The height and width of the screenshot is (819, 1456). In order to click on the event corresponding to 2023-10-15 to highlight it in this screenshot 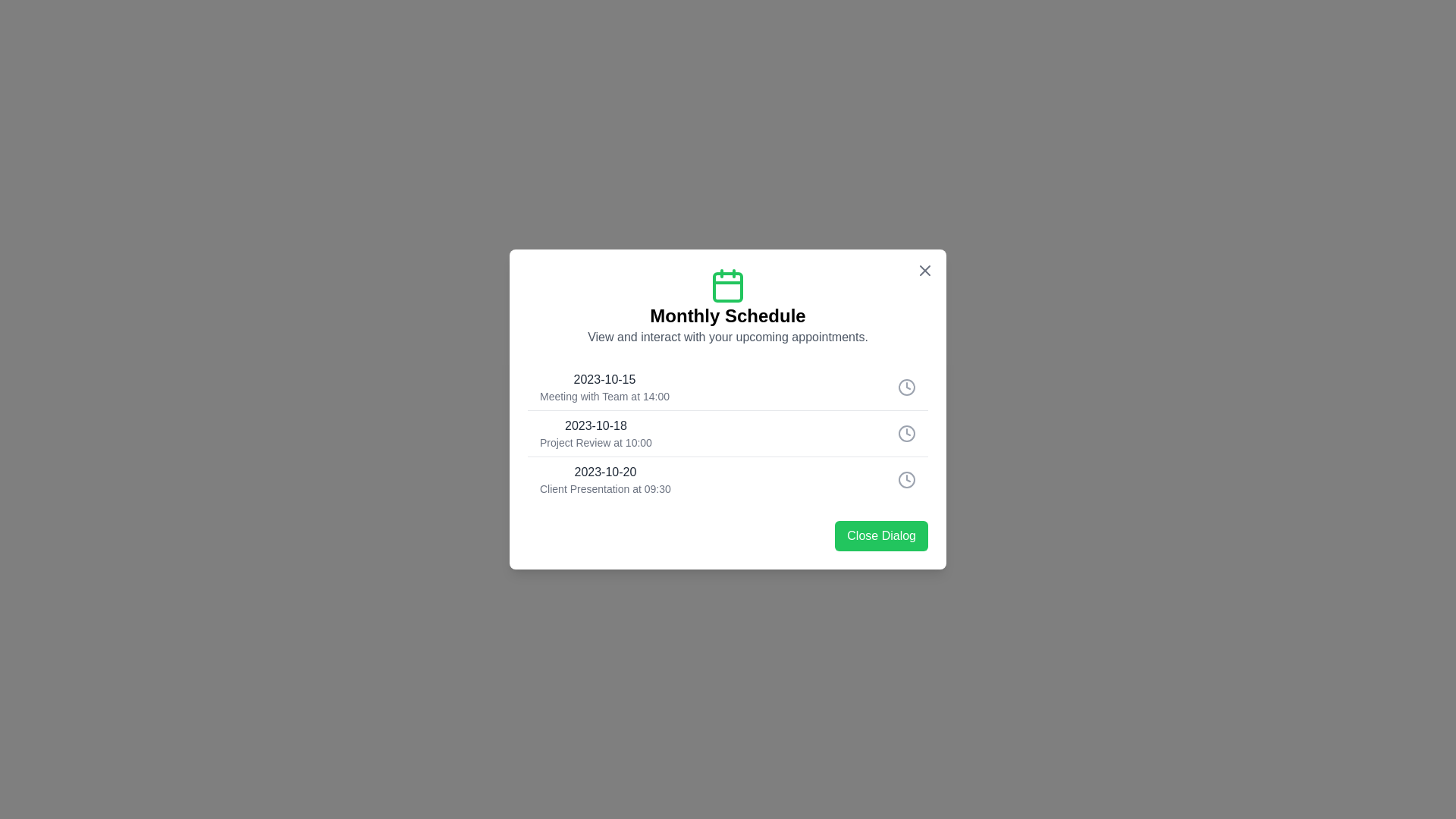, I will do `click(728, 386)`.